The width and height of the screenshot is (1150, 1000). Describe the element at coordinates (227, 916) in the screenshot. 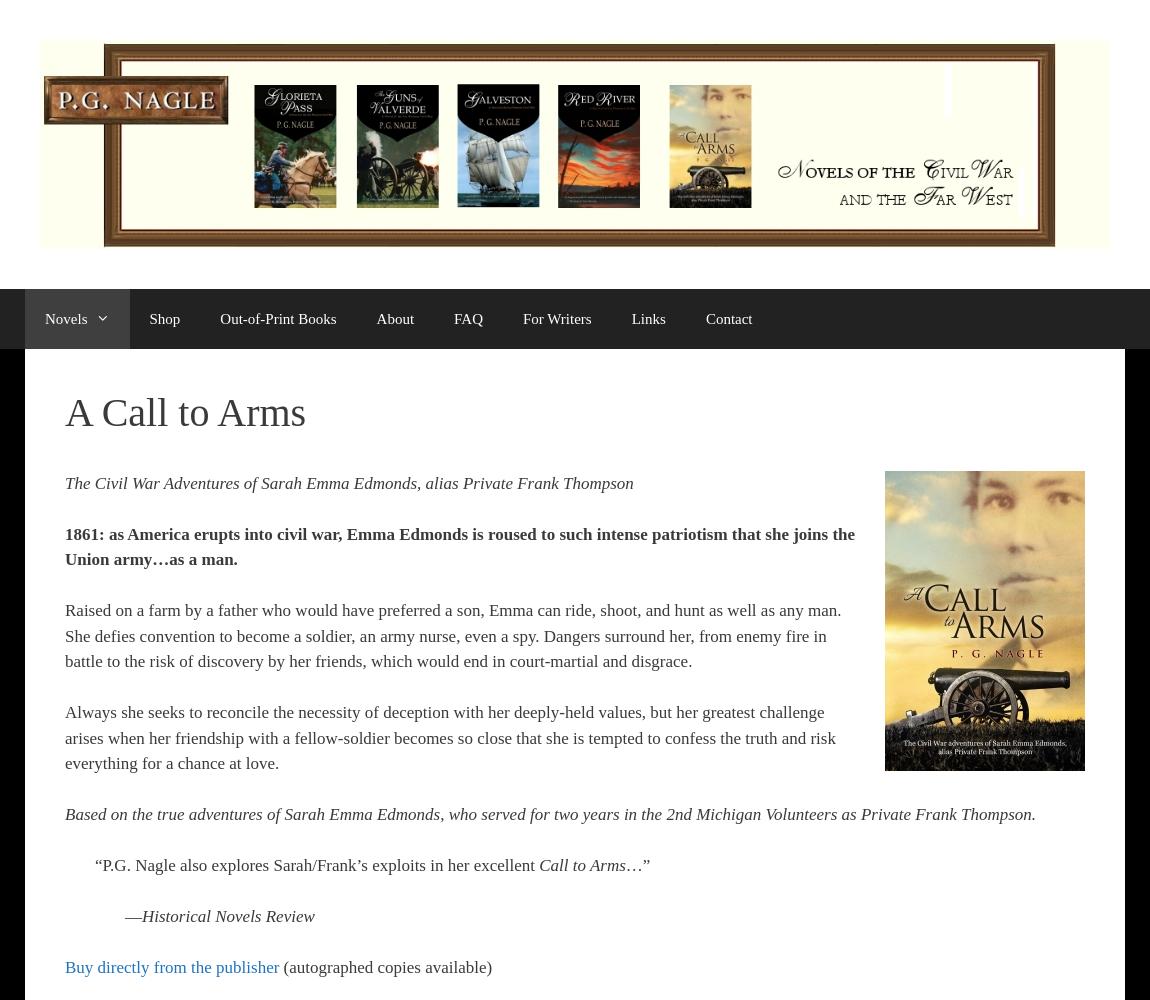

I see `'Historical Novels Review'` at that location.